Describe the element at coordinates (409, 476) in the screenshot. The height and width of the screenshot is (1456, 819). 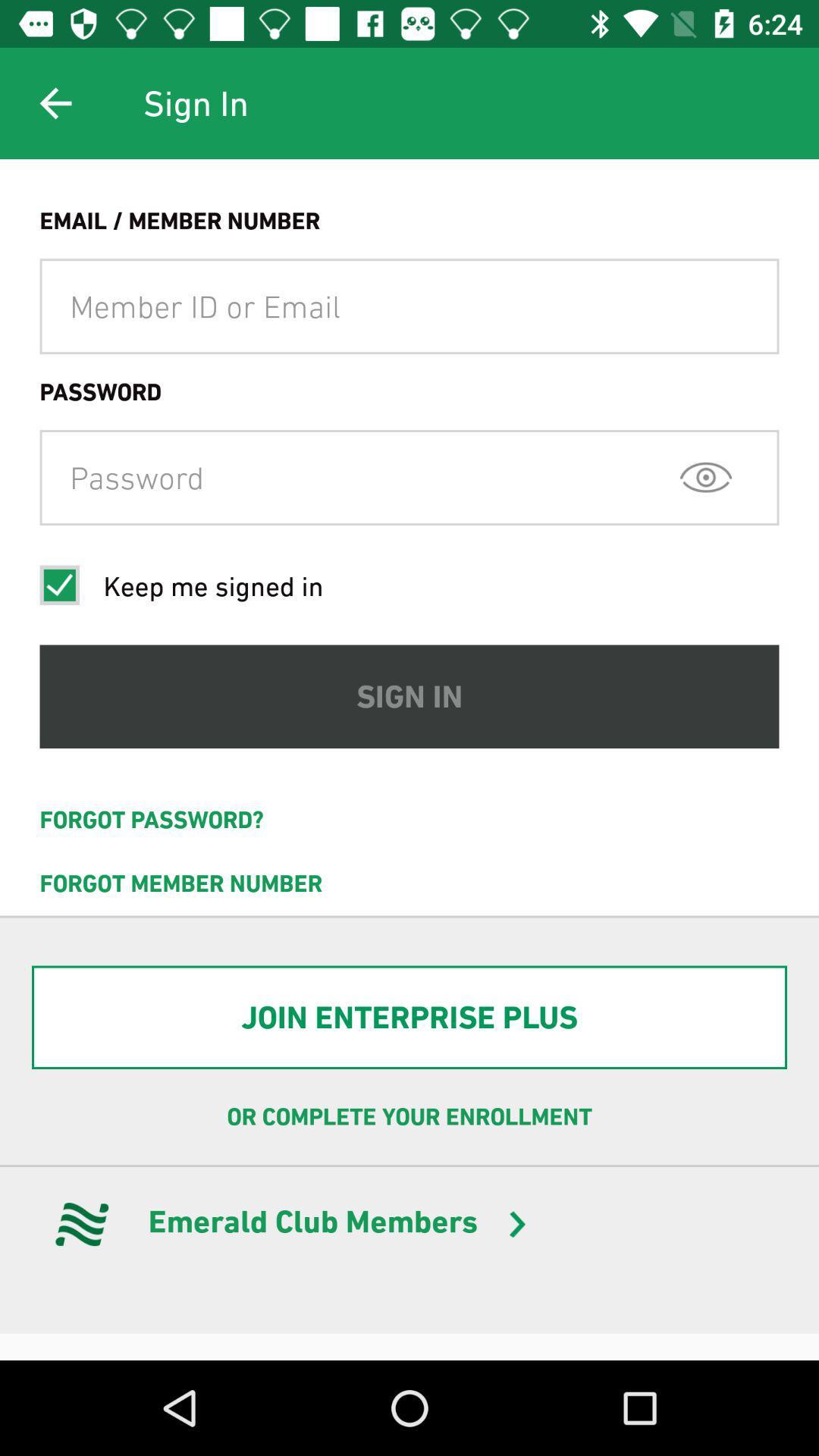
I see `insert password` at that location.